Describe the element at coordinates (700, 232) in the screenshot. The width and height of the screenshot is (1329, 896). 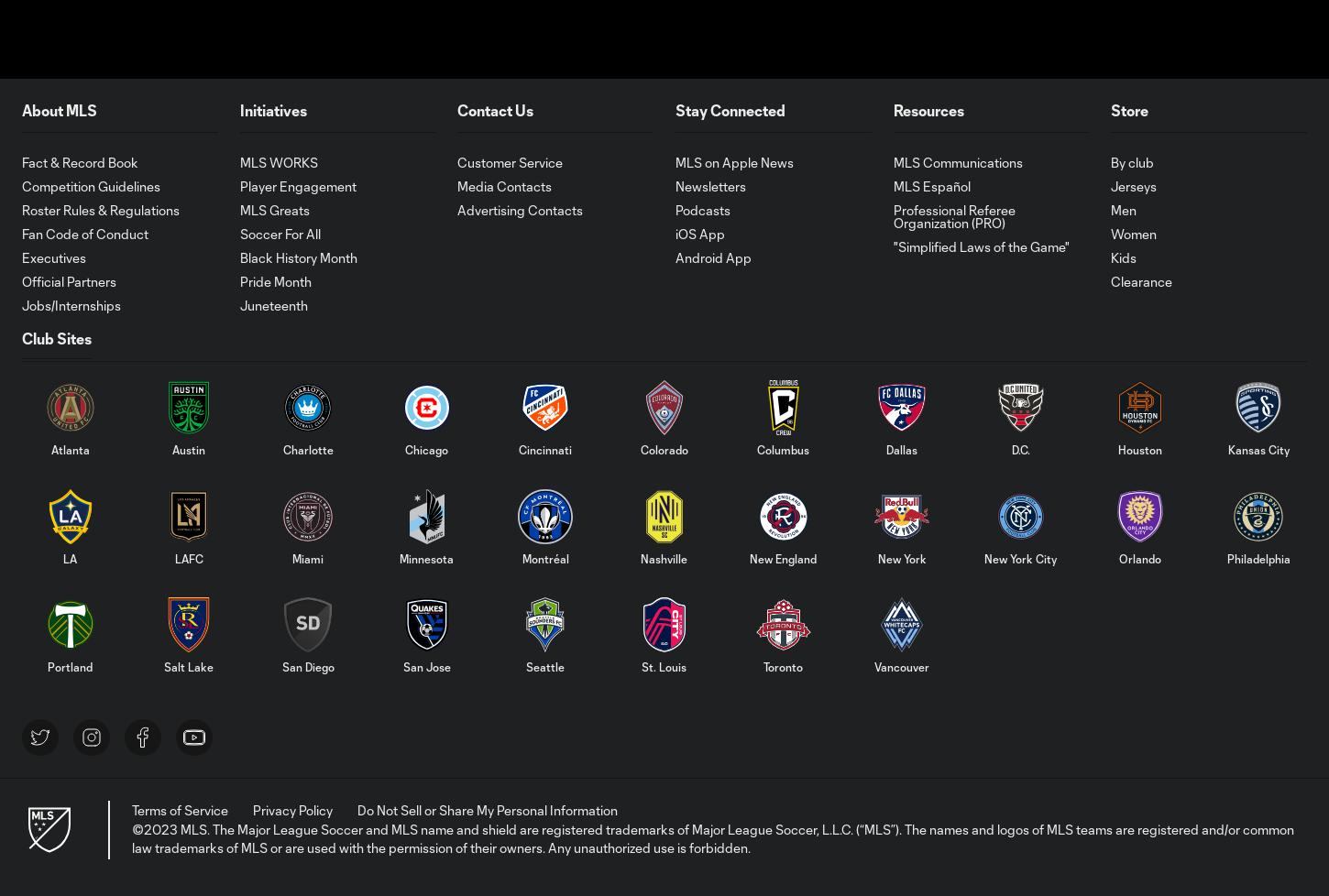
I see `'iOS App'` at that location.